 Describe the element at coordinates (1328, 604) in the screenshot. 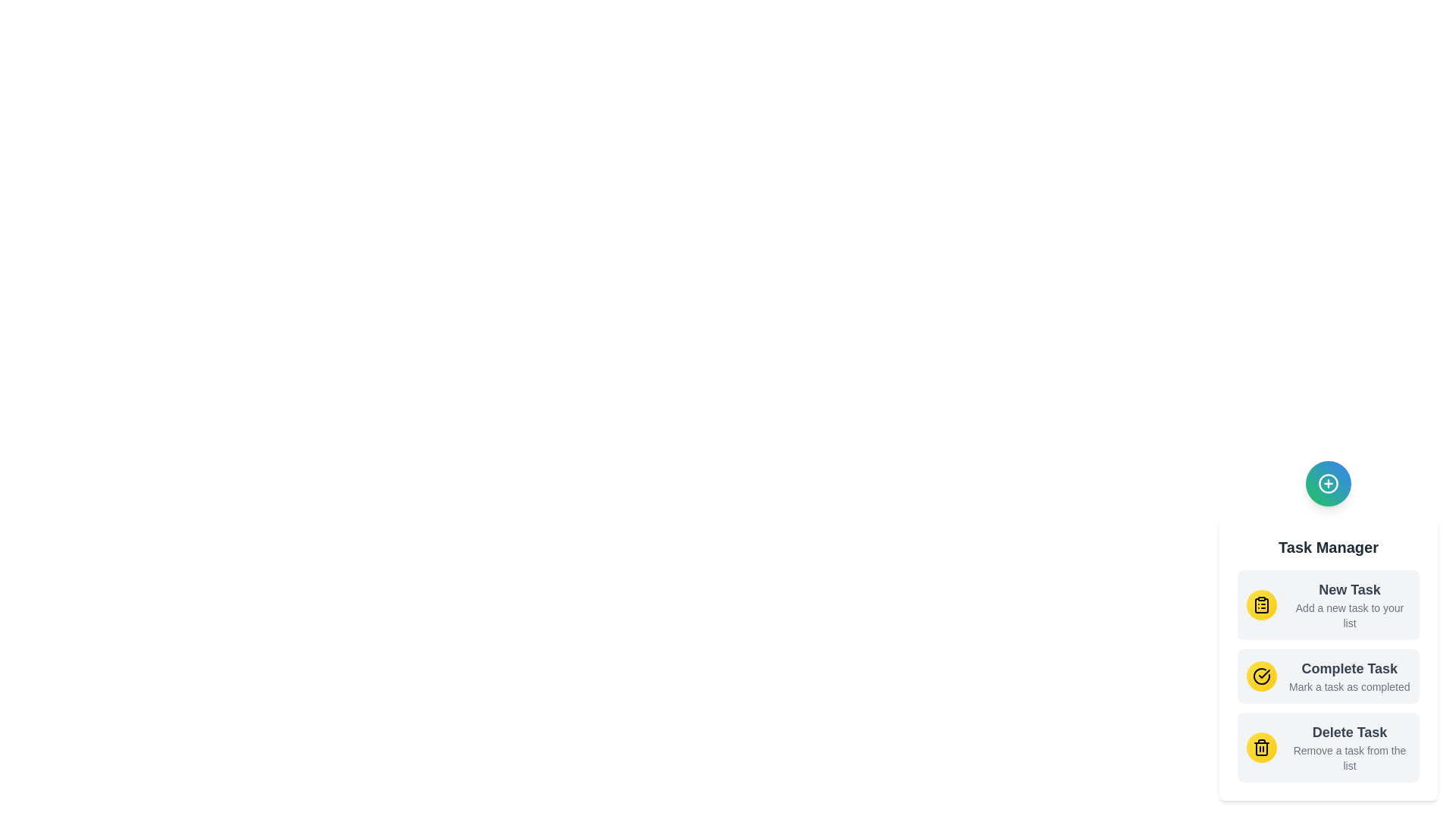

I see `the 'New Task' option to initiate adding a new task` at that location.